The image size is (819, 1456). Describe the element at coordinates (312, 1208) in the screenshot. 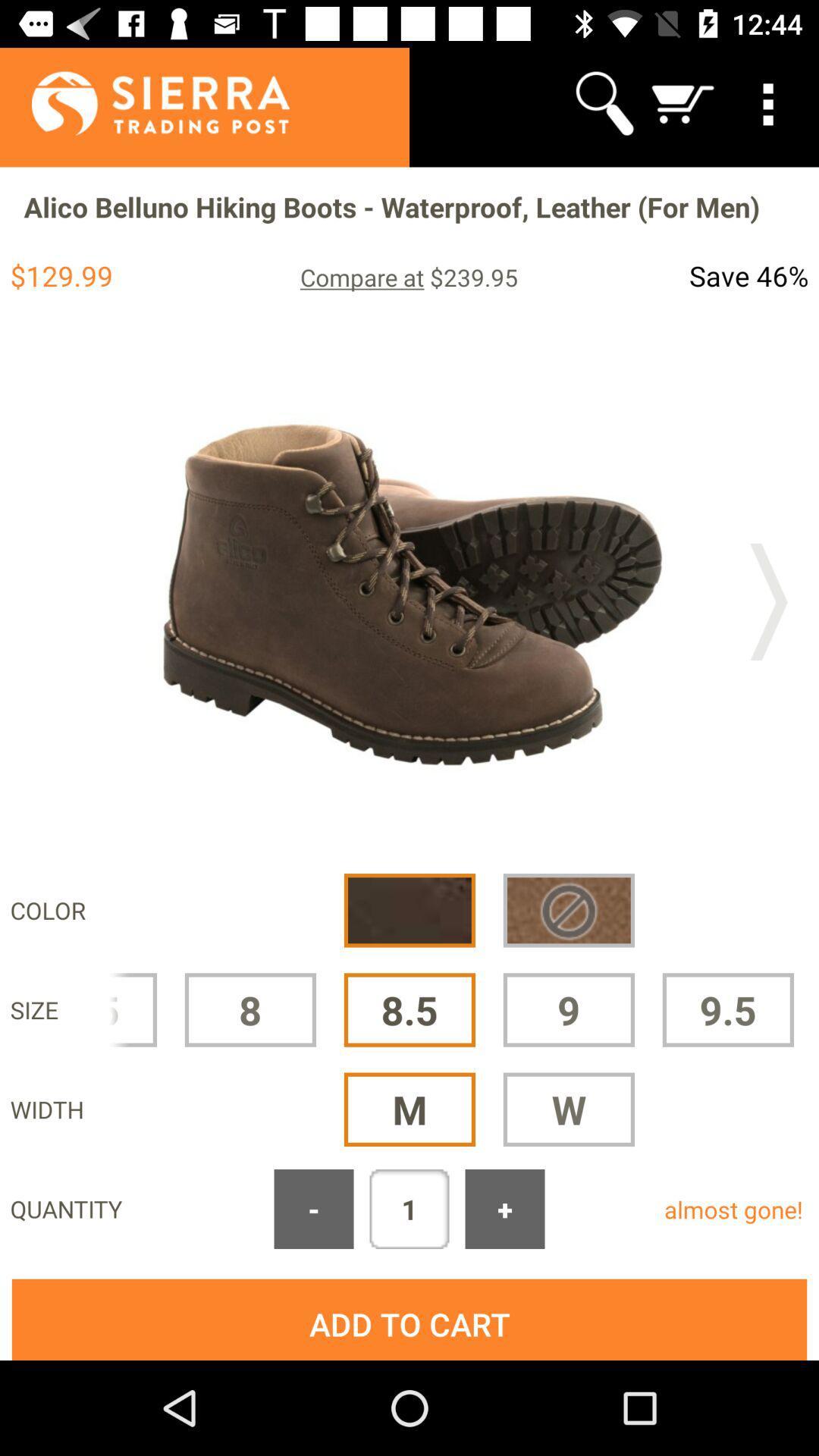

I see `icon above the add to cart icon` at that location.